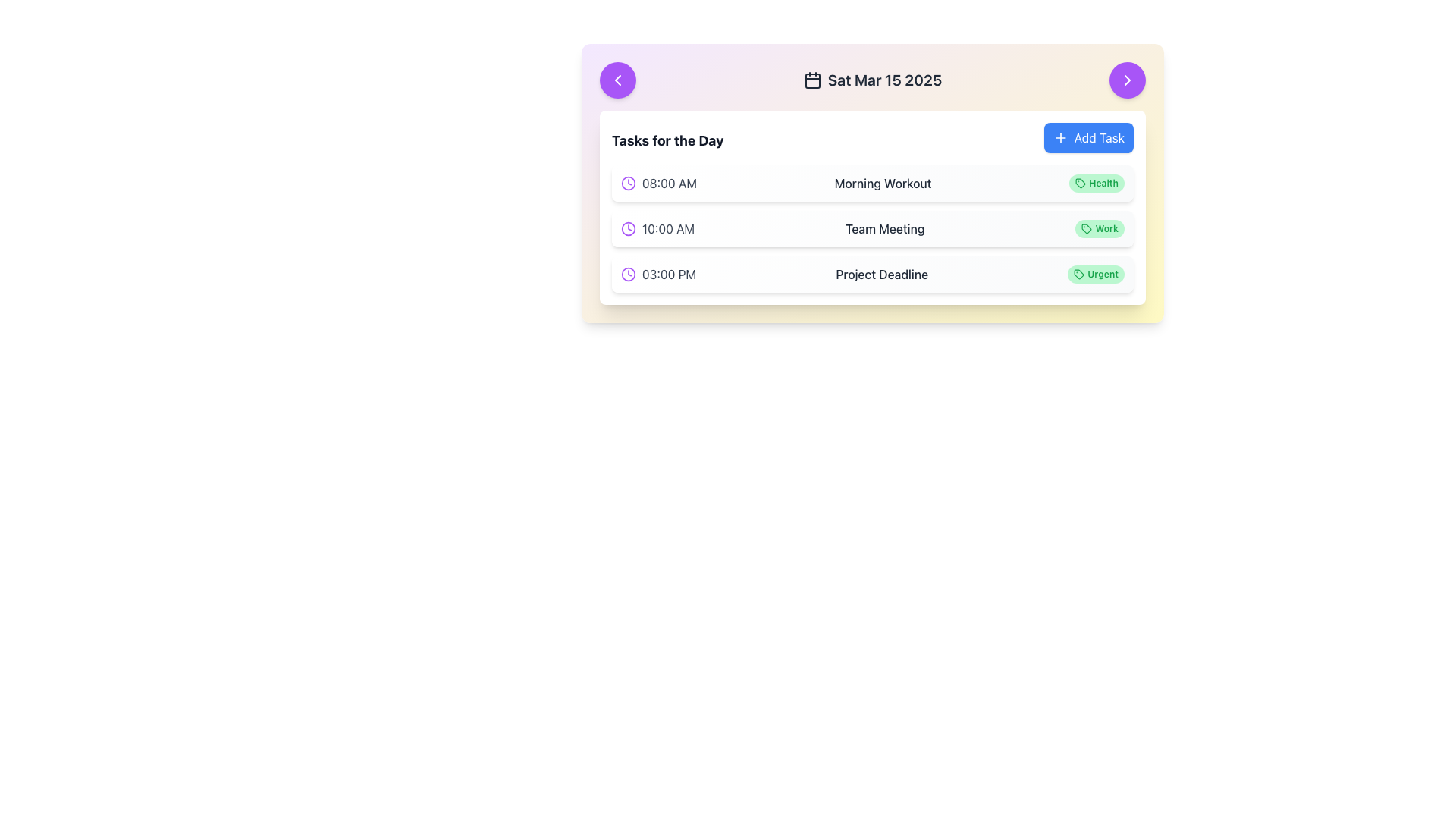  I want to click on the time icon representing the task entry 'Team Meeting', which is located in the second row of the schedule under the heading 'Tasks for the Day', so click(629, 228).